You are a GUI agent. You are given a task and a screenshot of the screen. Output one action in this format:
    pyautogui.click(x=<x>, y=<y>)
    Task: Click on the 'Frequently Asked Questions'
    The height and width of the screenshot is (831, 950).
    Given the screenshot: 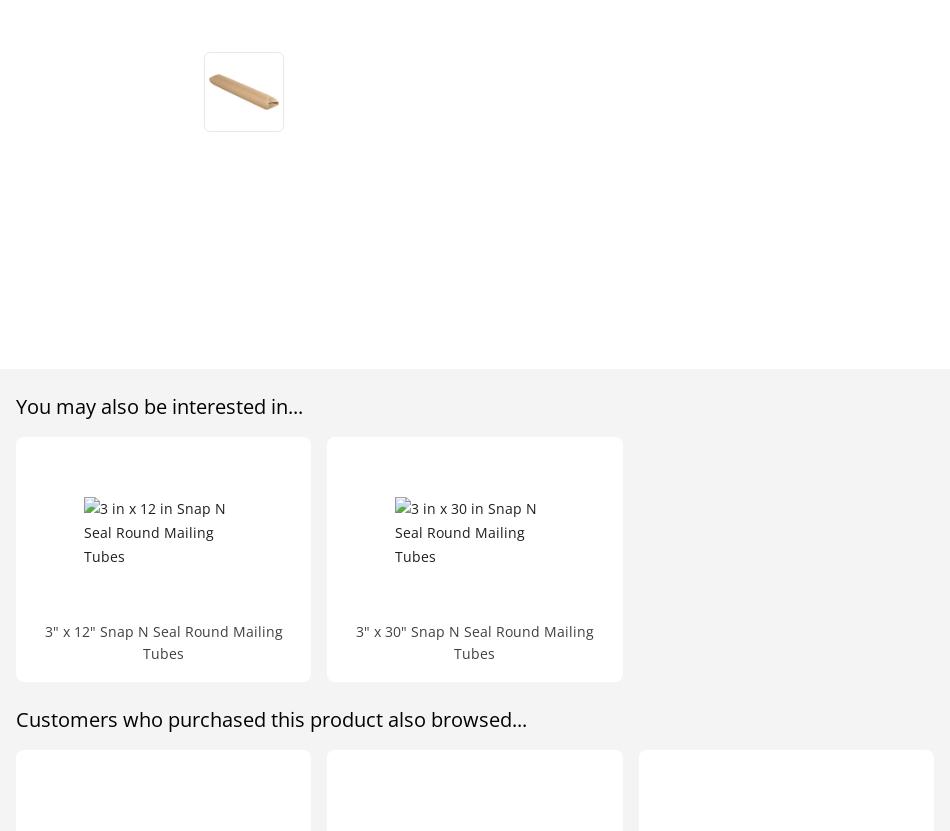 What is the action you would take?
    pyautogui.click(x=380, y=161)
    